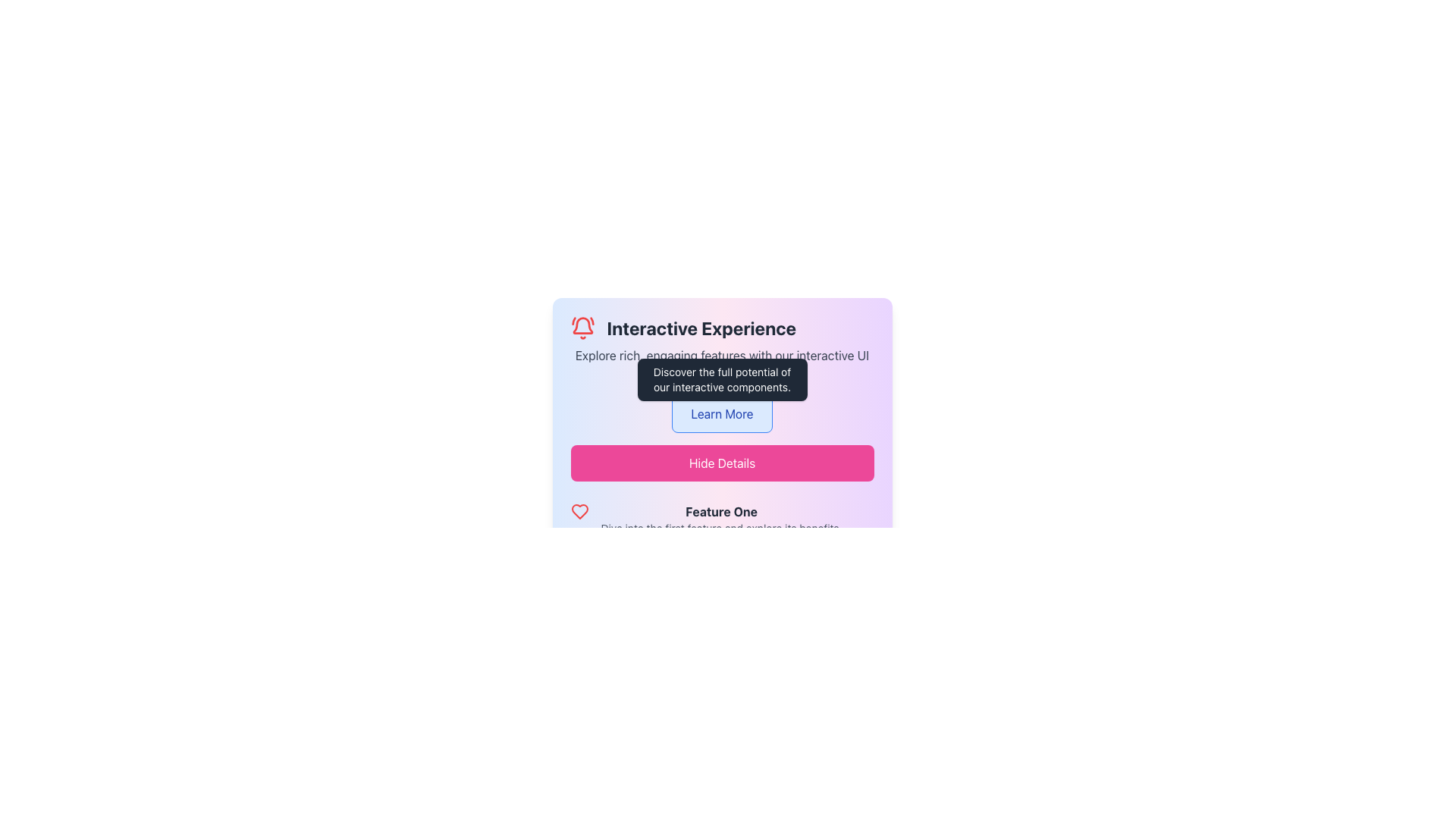  I want to click on the title or icon of the informational display section for 'Feature One' located near the bottom of the visible panel, just underneath the 'Hide Details' button, so click(721, 519).